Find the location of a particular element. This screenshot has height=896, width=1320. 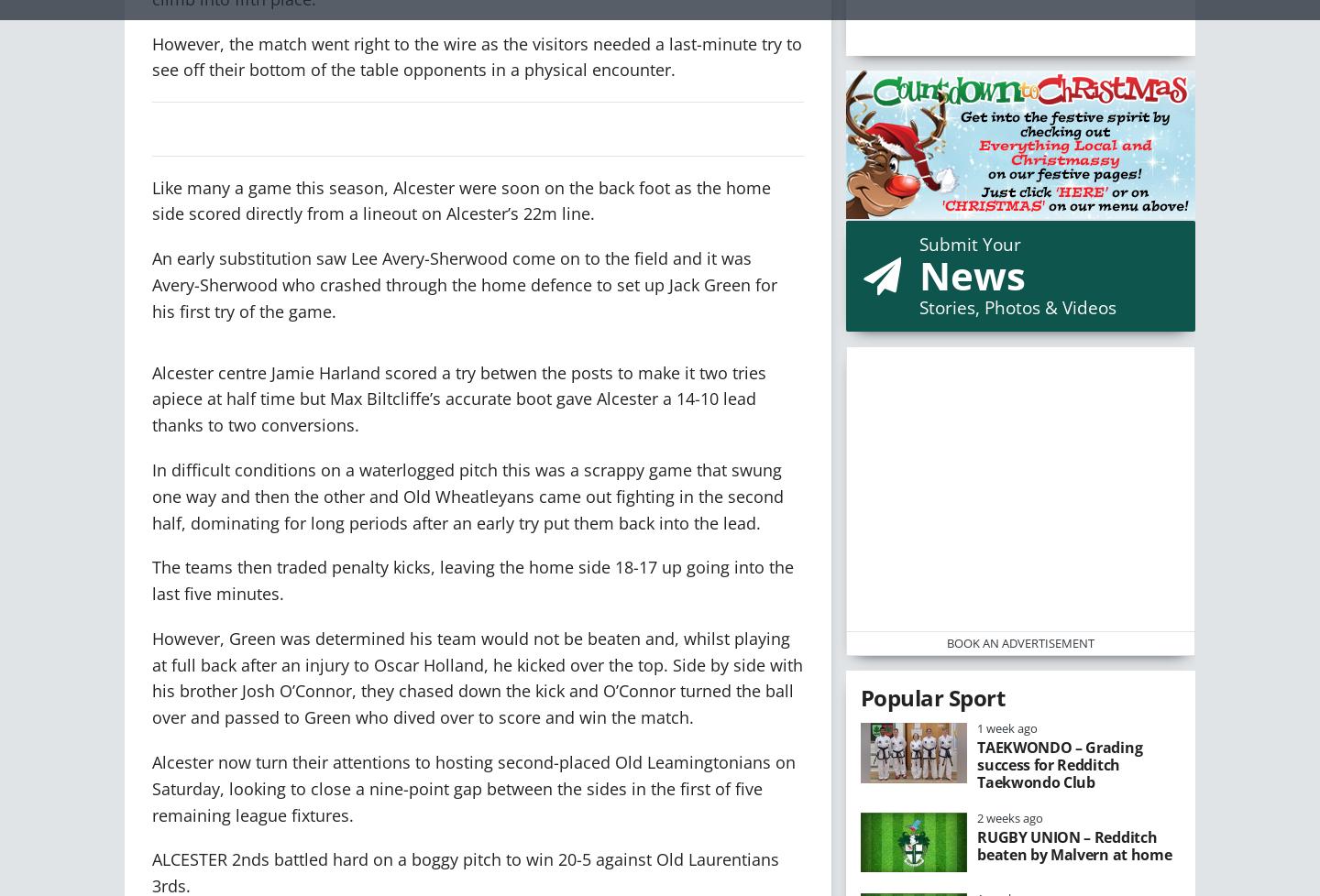

'1 week ago' is located at coordinates (1006, 727).